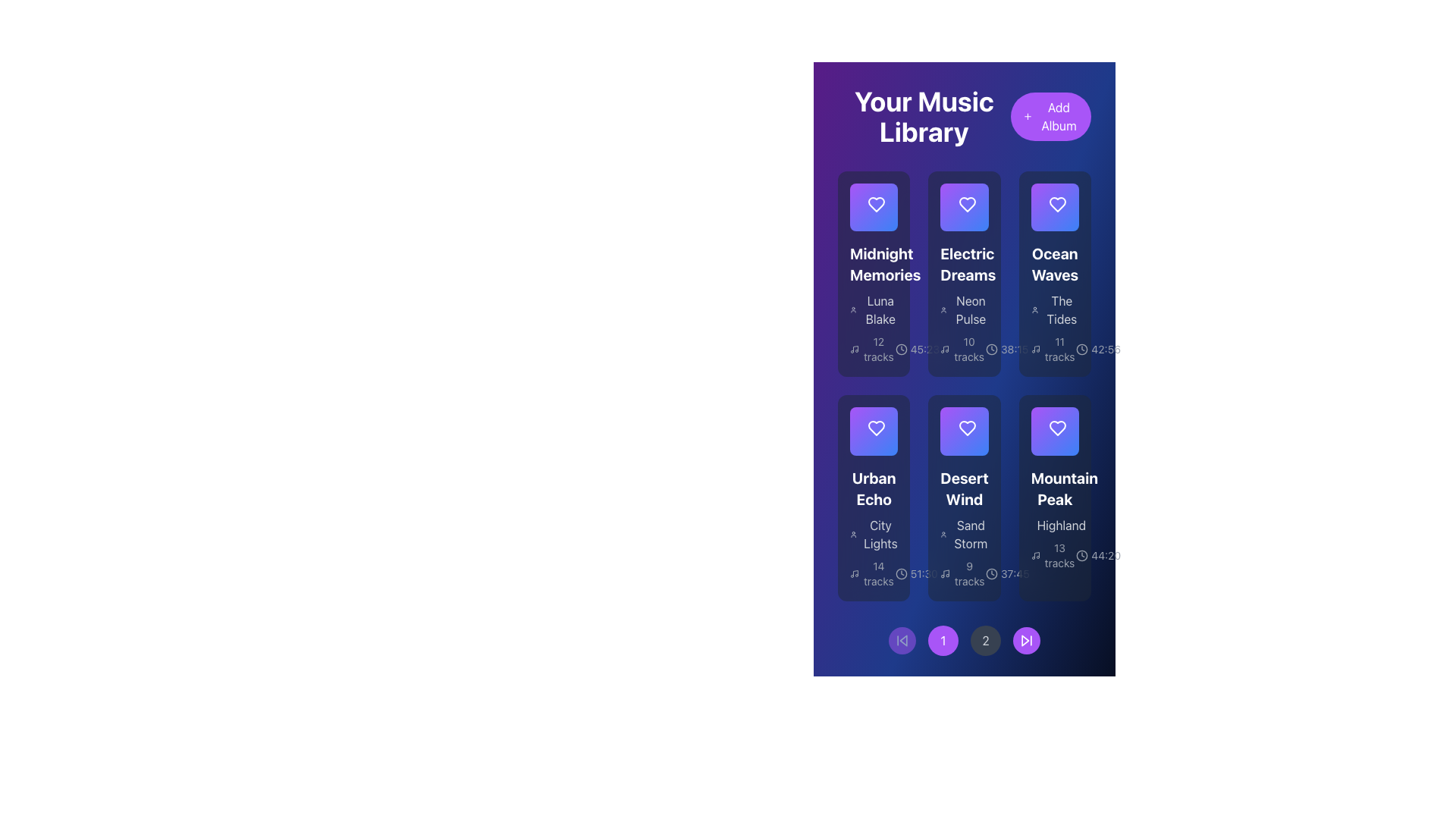  What do you see at coordinates (964, 497) in the screenshot?
I see `the InfoCard displaying the album 'Desert Wind' for more details` at bounding box center [964, 497].